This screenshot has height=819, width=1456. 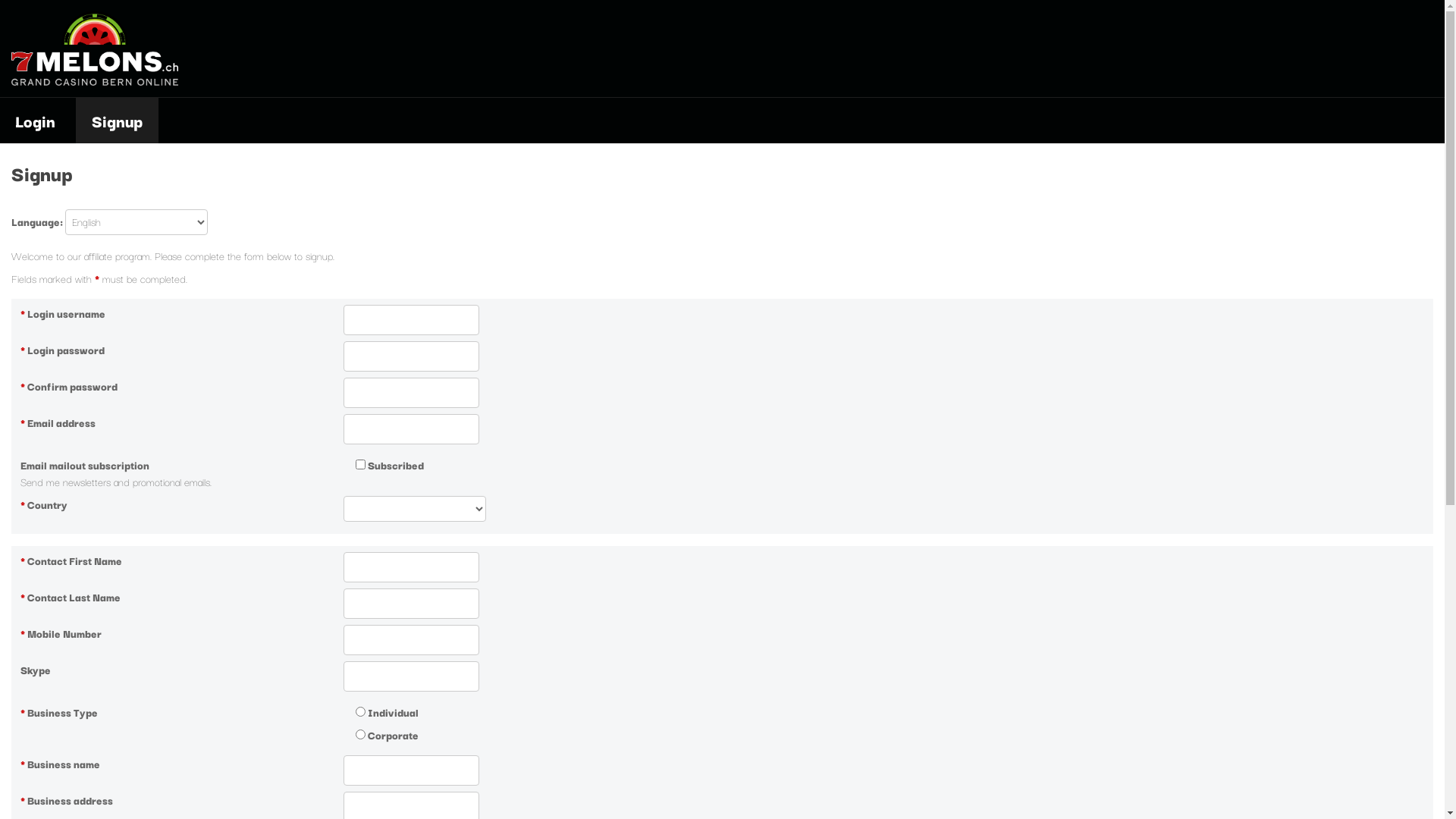 What do you see at coordinates (93, 81) in the screenshot?
I see `'Home'` at bounding box center [93, 81].